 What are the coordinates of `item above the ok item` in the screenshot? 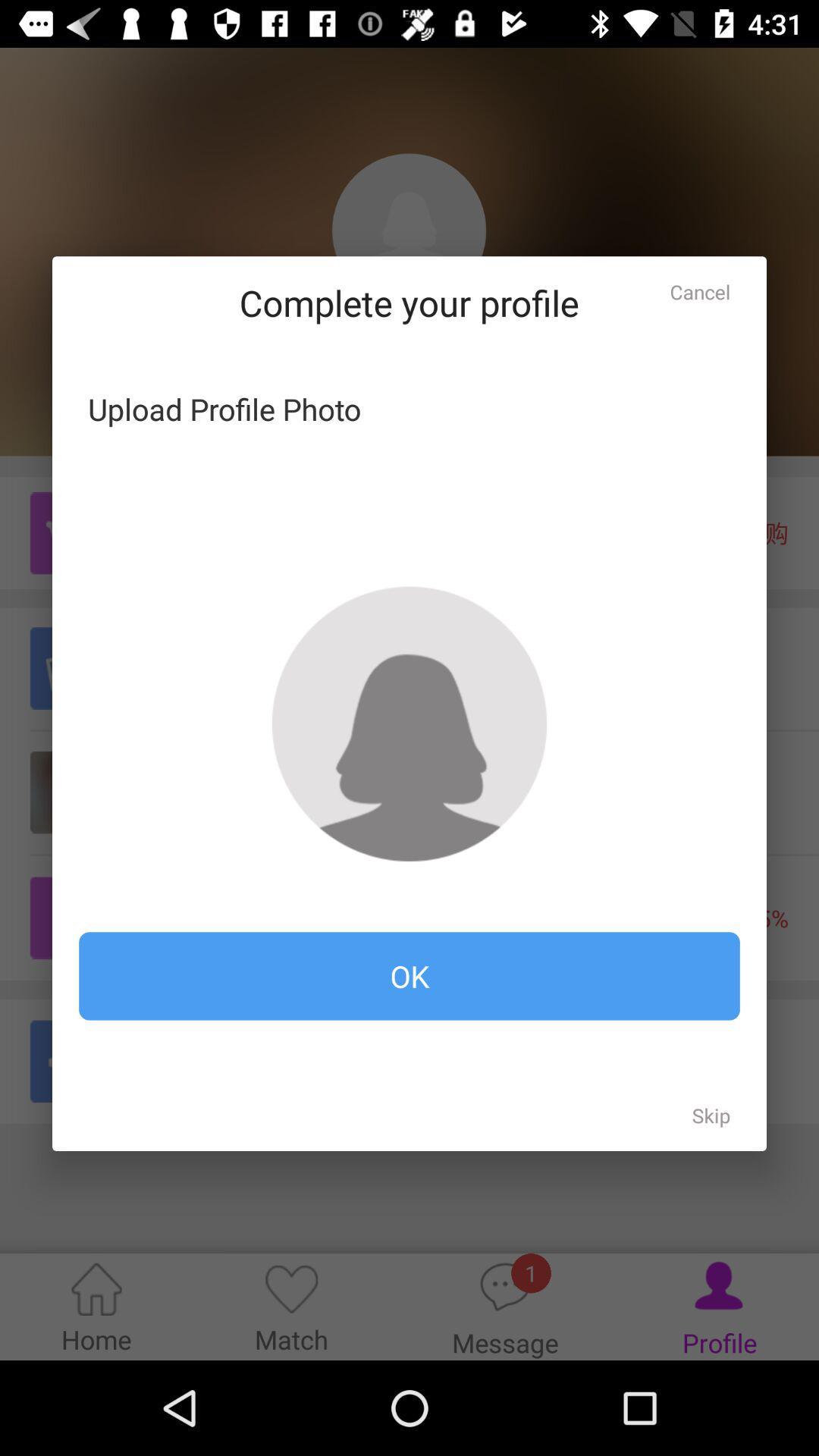 It's located at (409, 723).